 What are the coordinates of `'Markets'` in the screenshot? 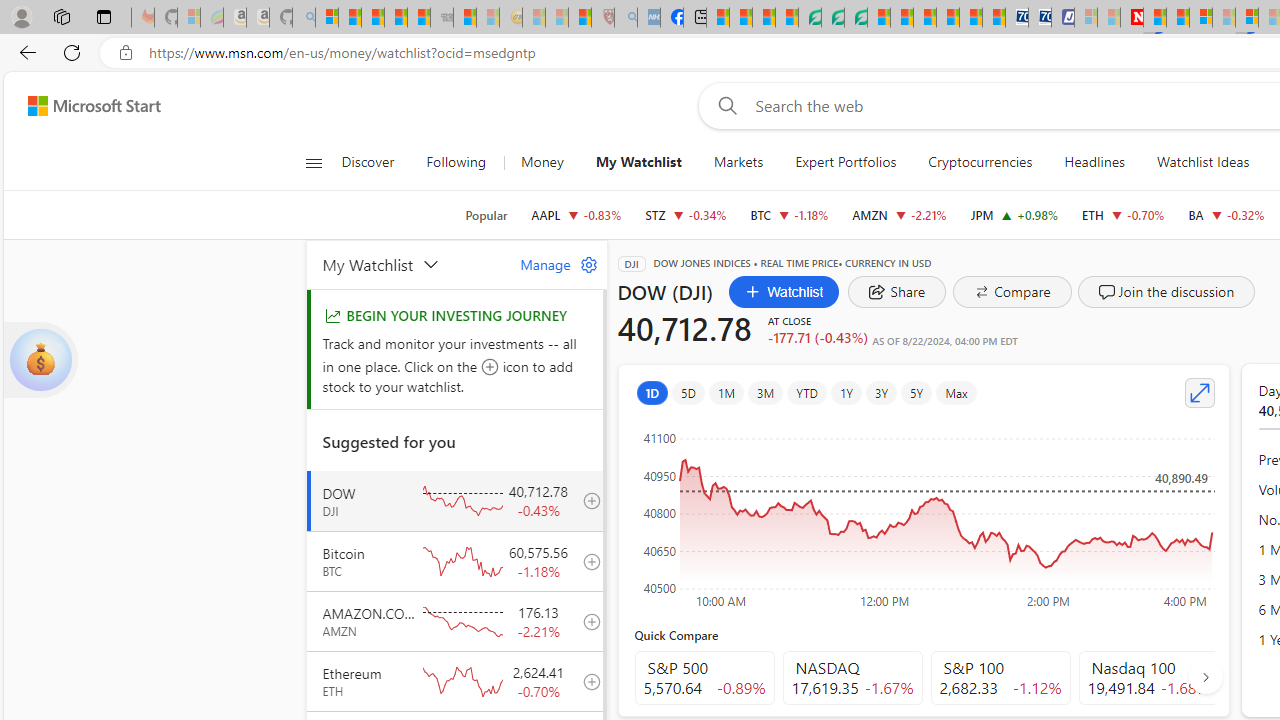 It's located at (737, 162).